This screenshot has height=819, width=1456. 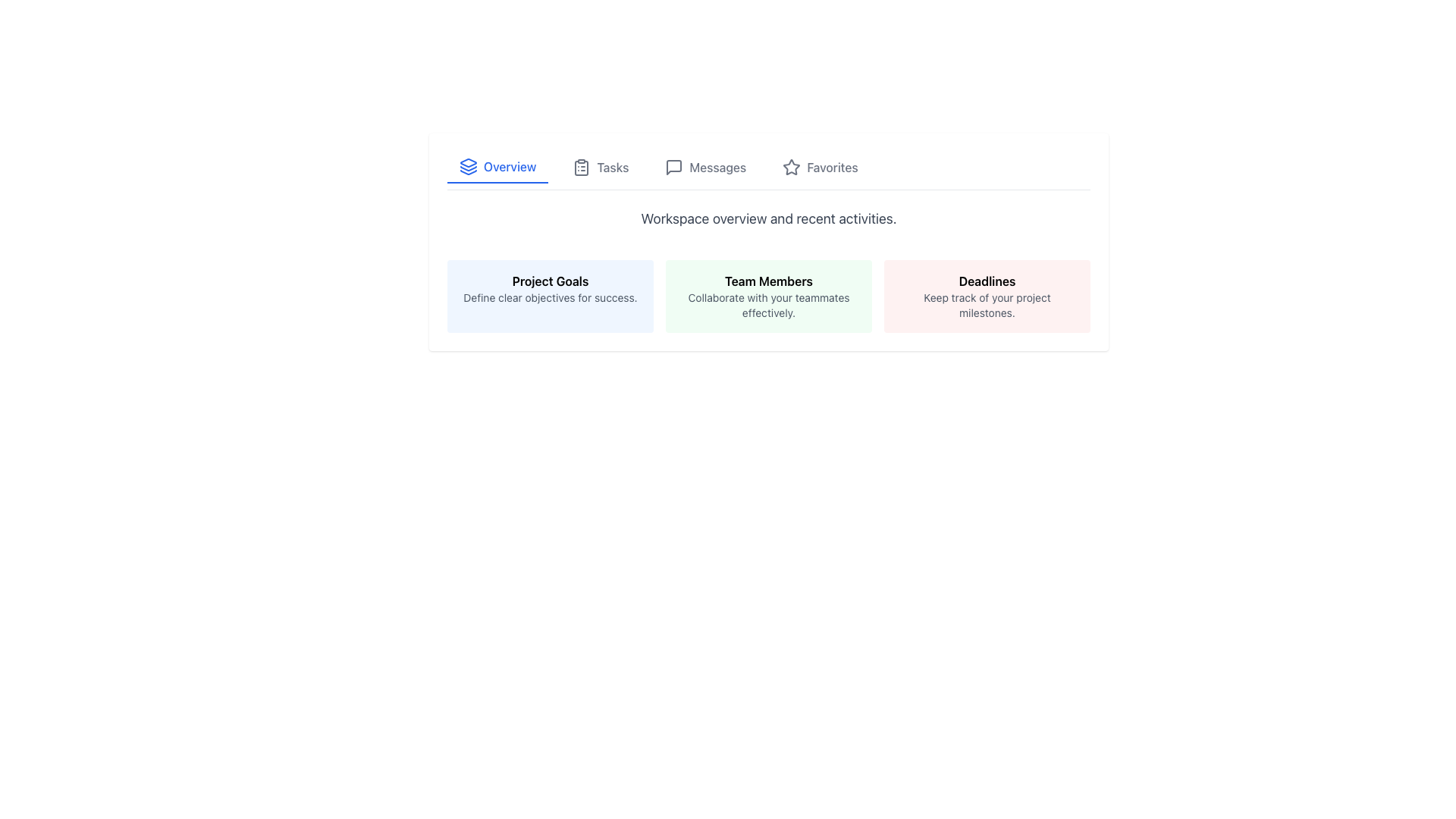 I want to click on the Icon Layer element, which is the second of three layers in a stack-like design located in the top navigation bar to the left of the 'Overview' label, so click(x=468, y=168).